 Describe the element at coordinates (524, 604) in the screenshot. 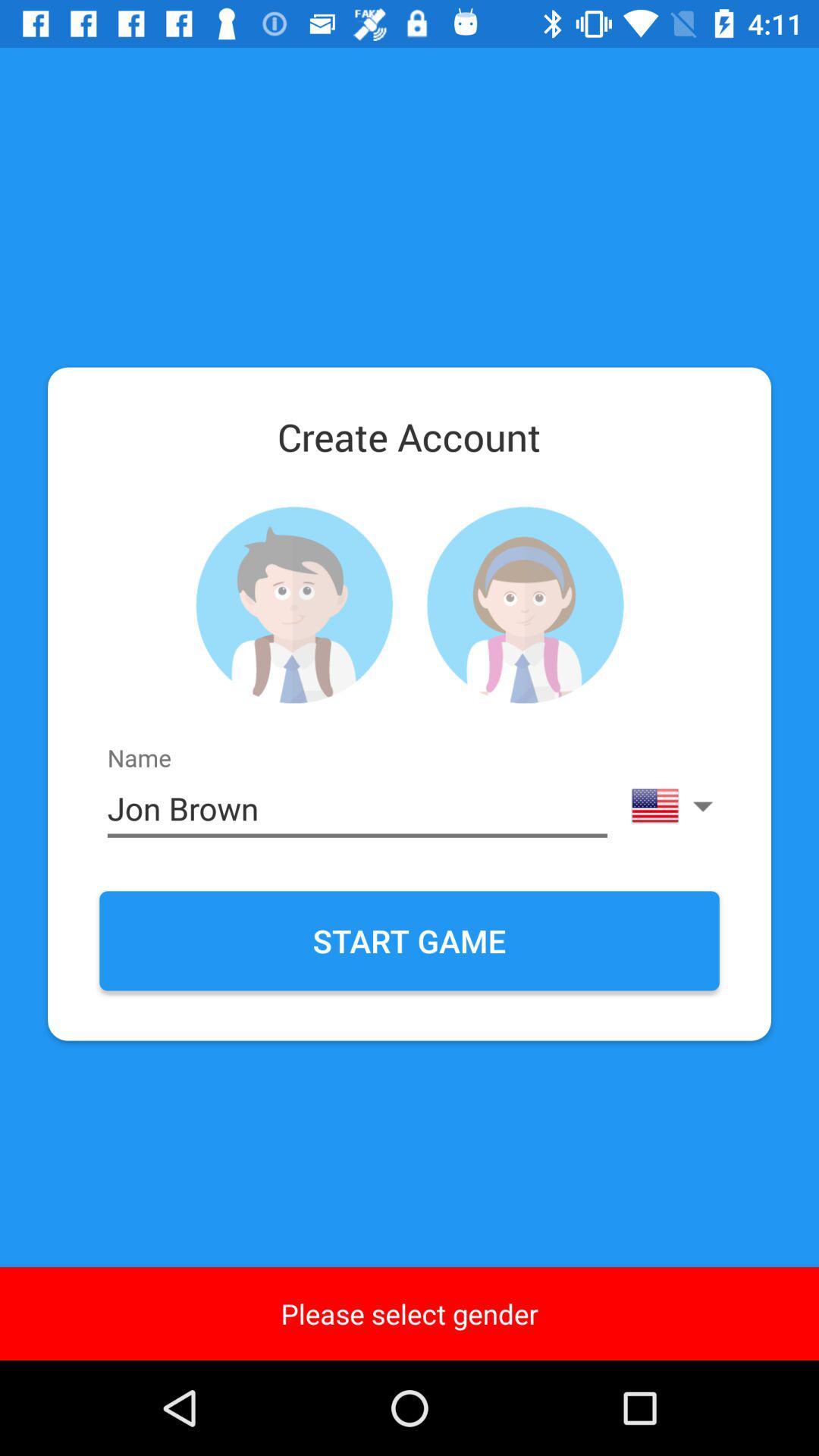

I see `contaket` at that location.